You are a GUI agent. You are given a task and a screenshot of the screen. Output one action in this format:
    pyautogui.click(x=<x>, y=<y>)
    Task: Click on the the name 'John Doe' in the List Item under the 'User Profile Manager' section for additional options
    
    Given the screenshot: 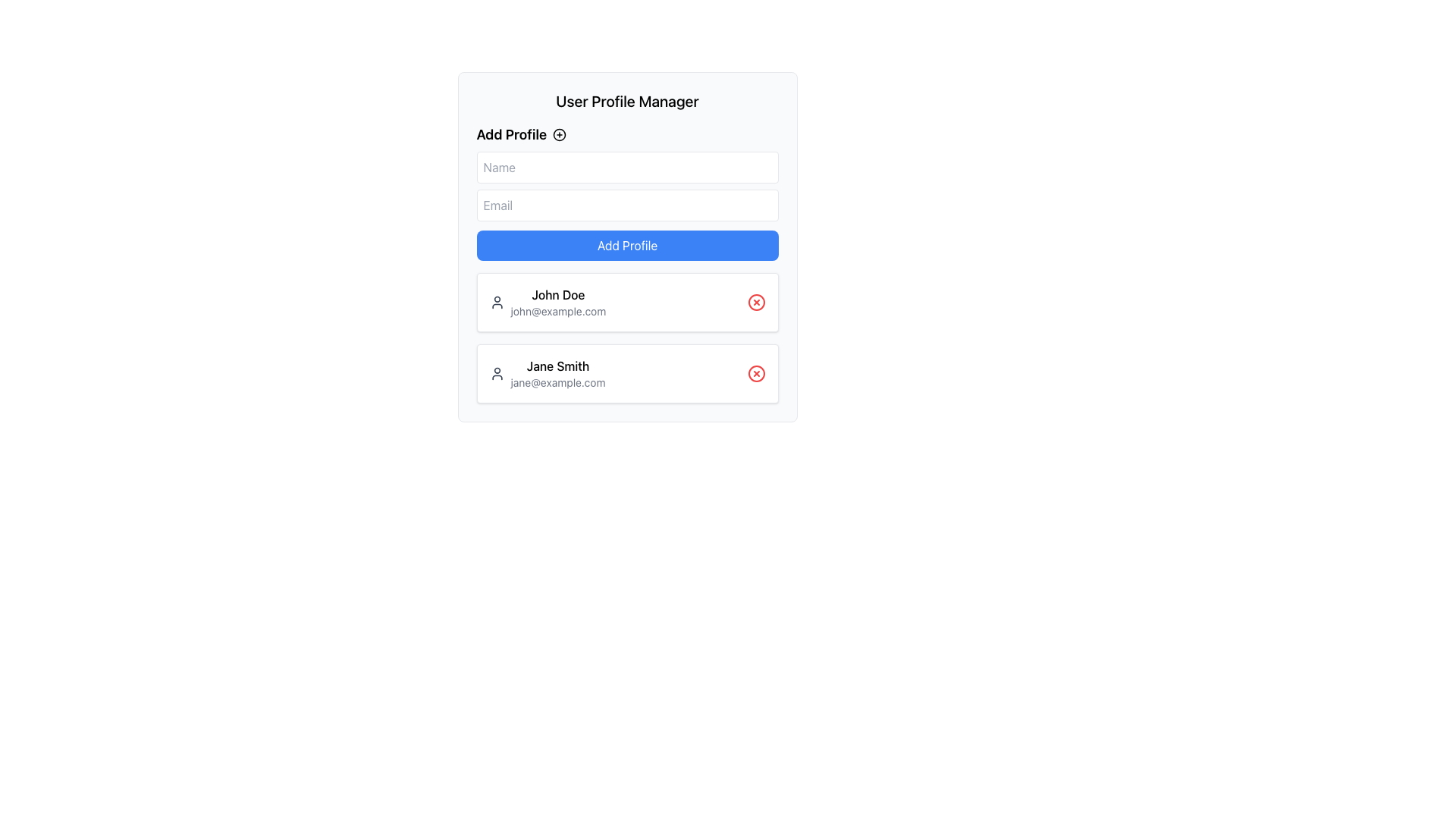 What is the action you would take?
    pyautogui.click(x=547, y=302)
    